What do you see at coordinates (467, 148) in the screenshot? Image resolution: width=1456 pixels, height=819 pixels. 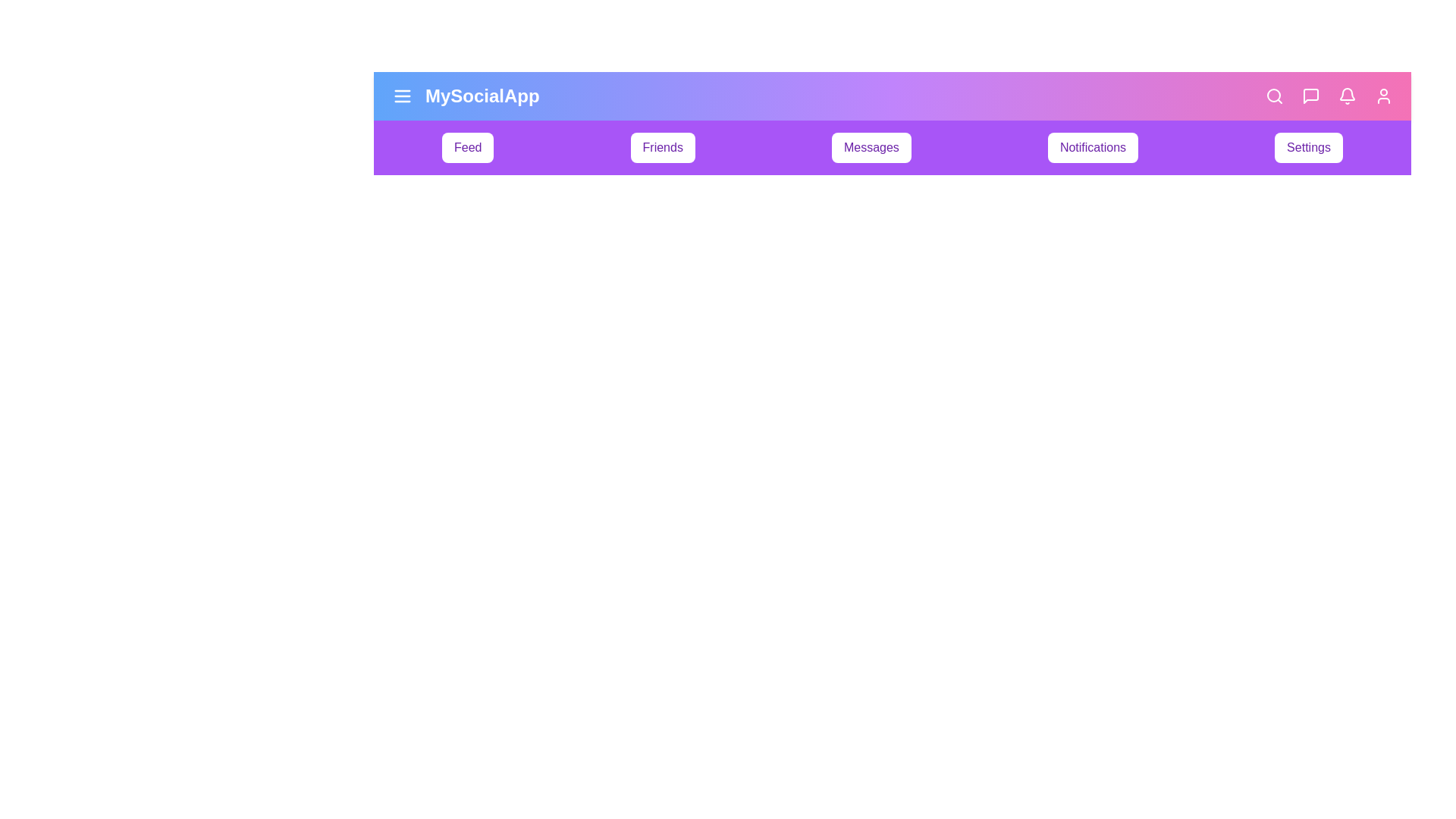 I see `the menu item Feed to observe its hover effect` at bounding box center [467, 148].